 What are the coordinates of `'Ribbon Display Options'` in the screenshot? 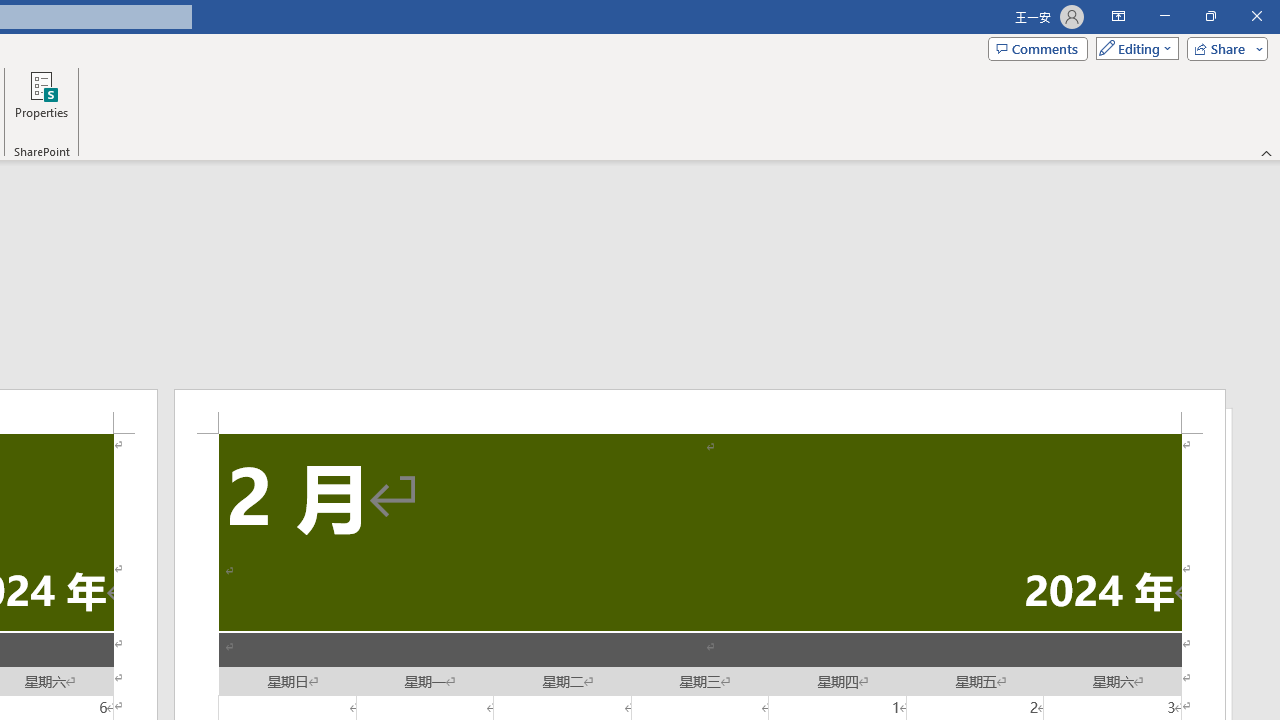 It's located at (1117, 16).